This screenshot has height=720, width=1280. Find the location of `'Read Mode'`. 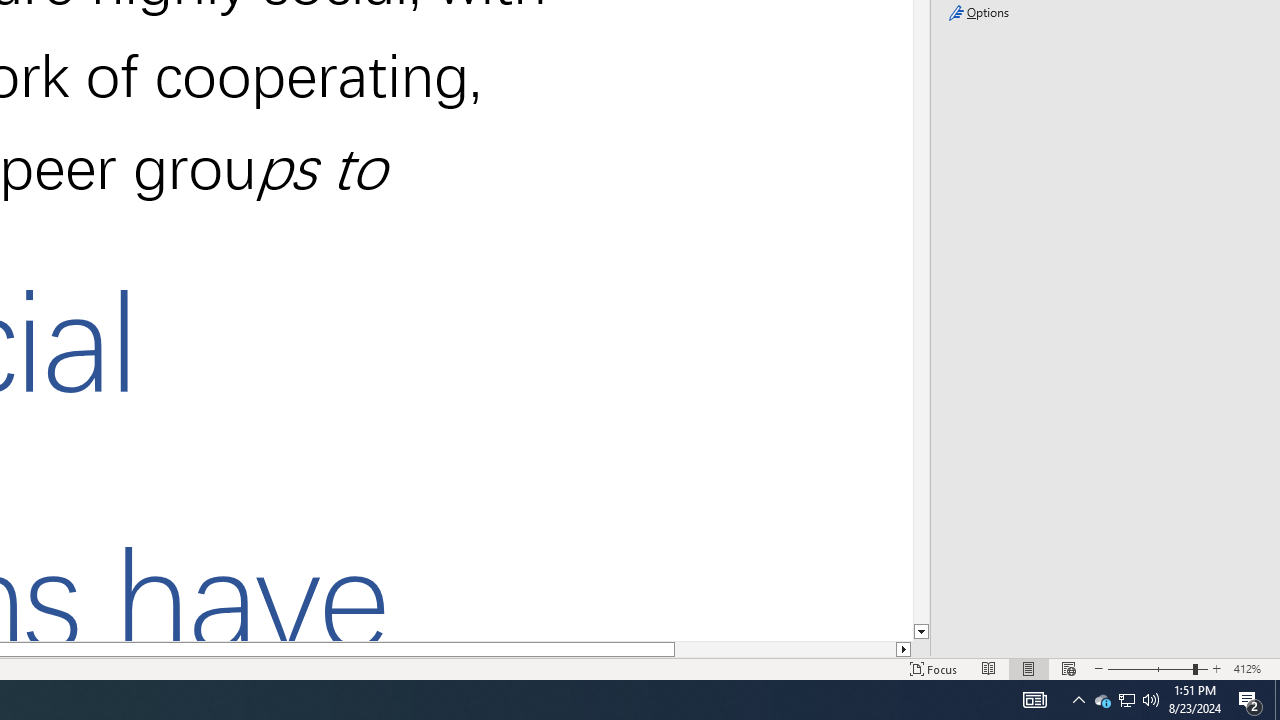

'Read Mode' is located at coordinates (988, 669).